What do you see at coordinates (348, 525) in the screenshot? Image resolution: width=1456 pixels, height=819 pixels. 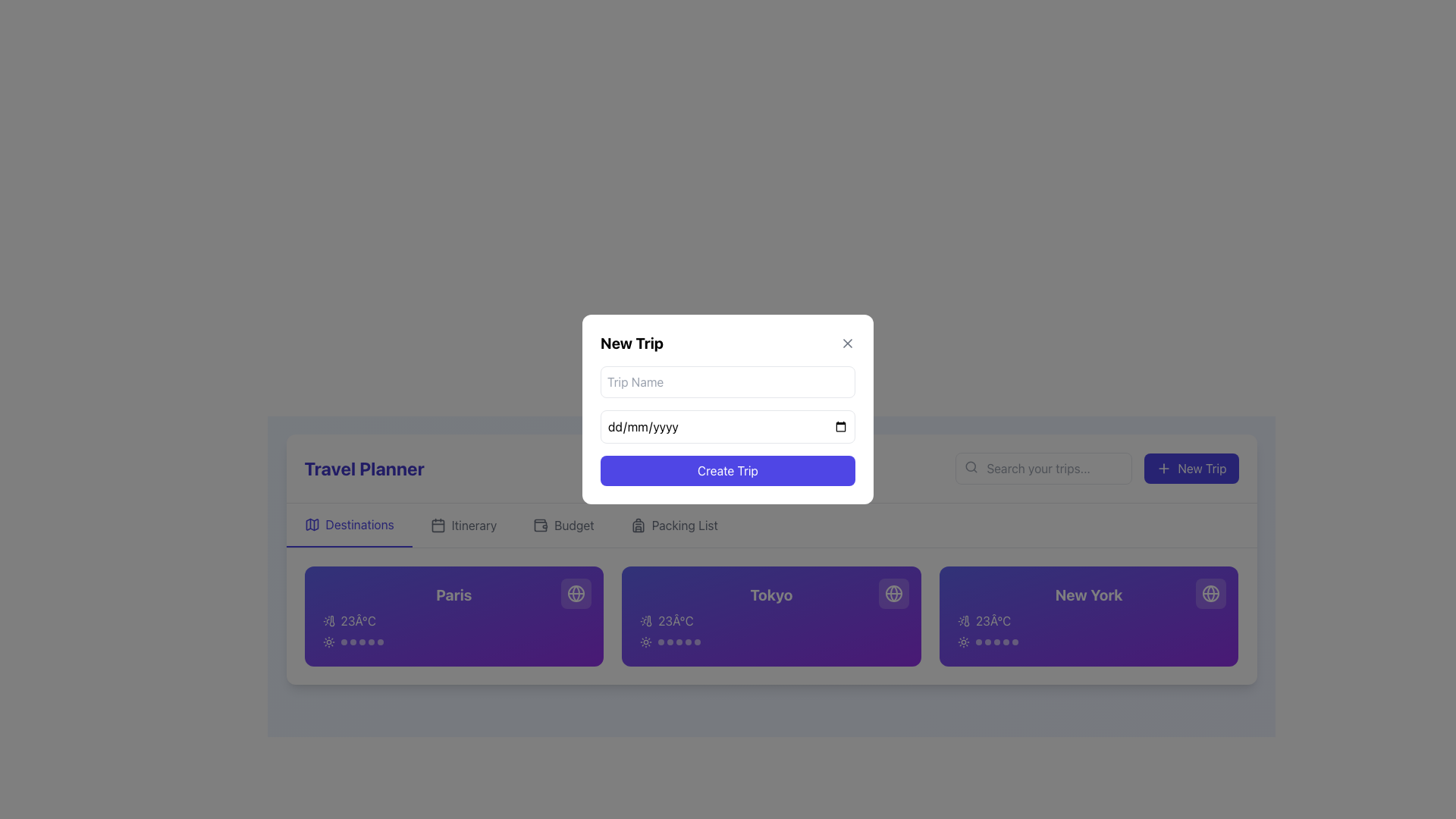 I see `the 'Destinations' navigation button, which is highlighted with indigo text and a bold underline` at bounding box center [348, 525].